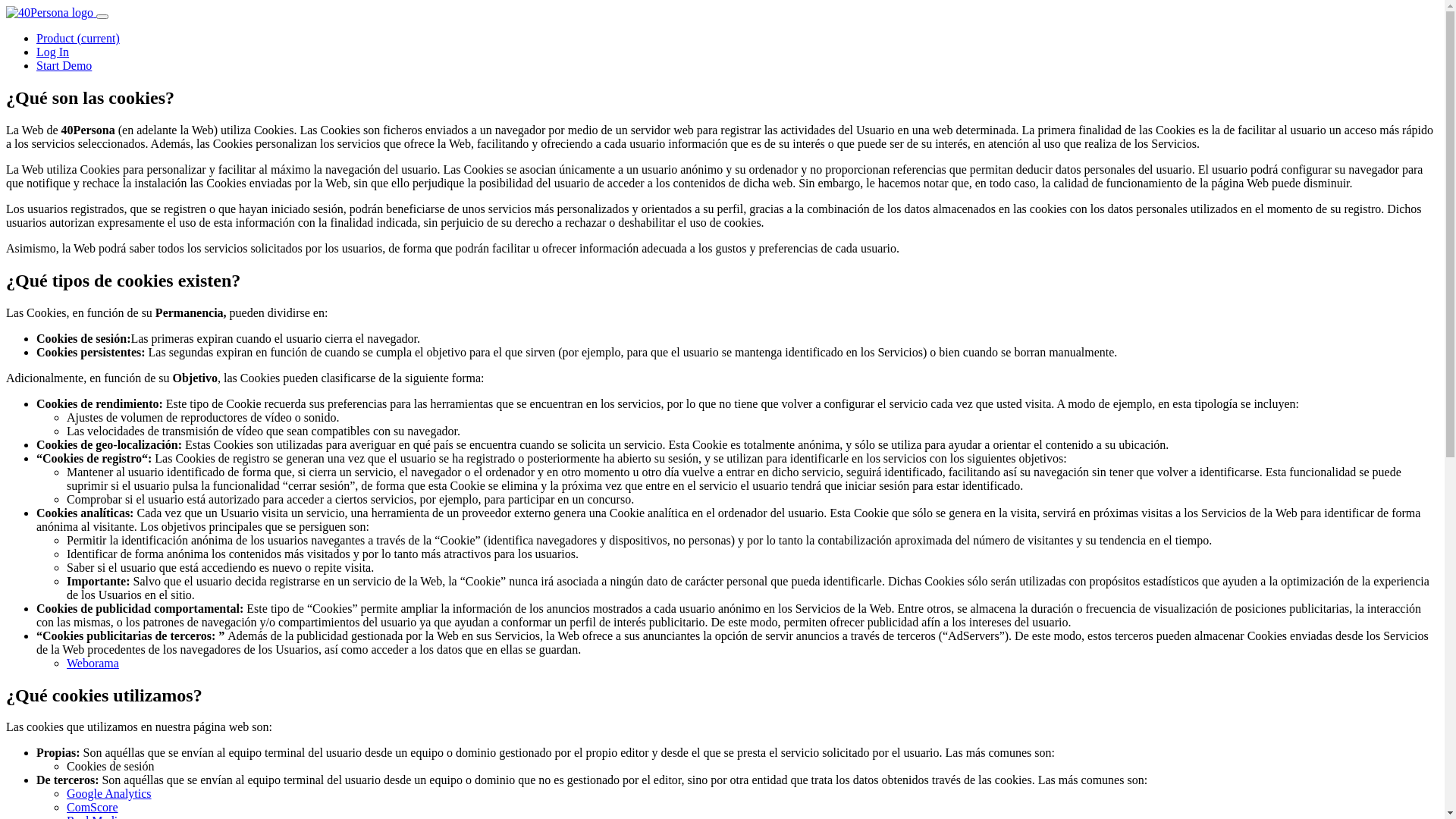 This screenshot has width=1456, height=819. What do you see at coordinates (65, 662) in the screenshot?
I see `'Weborama'` at bounding box center [65, 662].